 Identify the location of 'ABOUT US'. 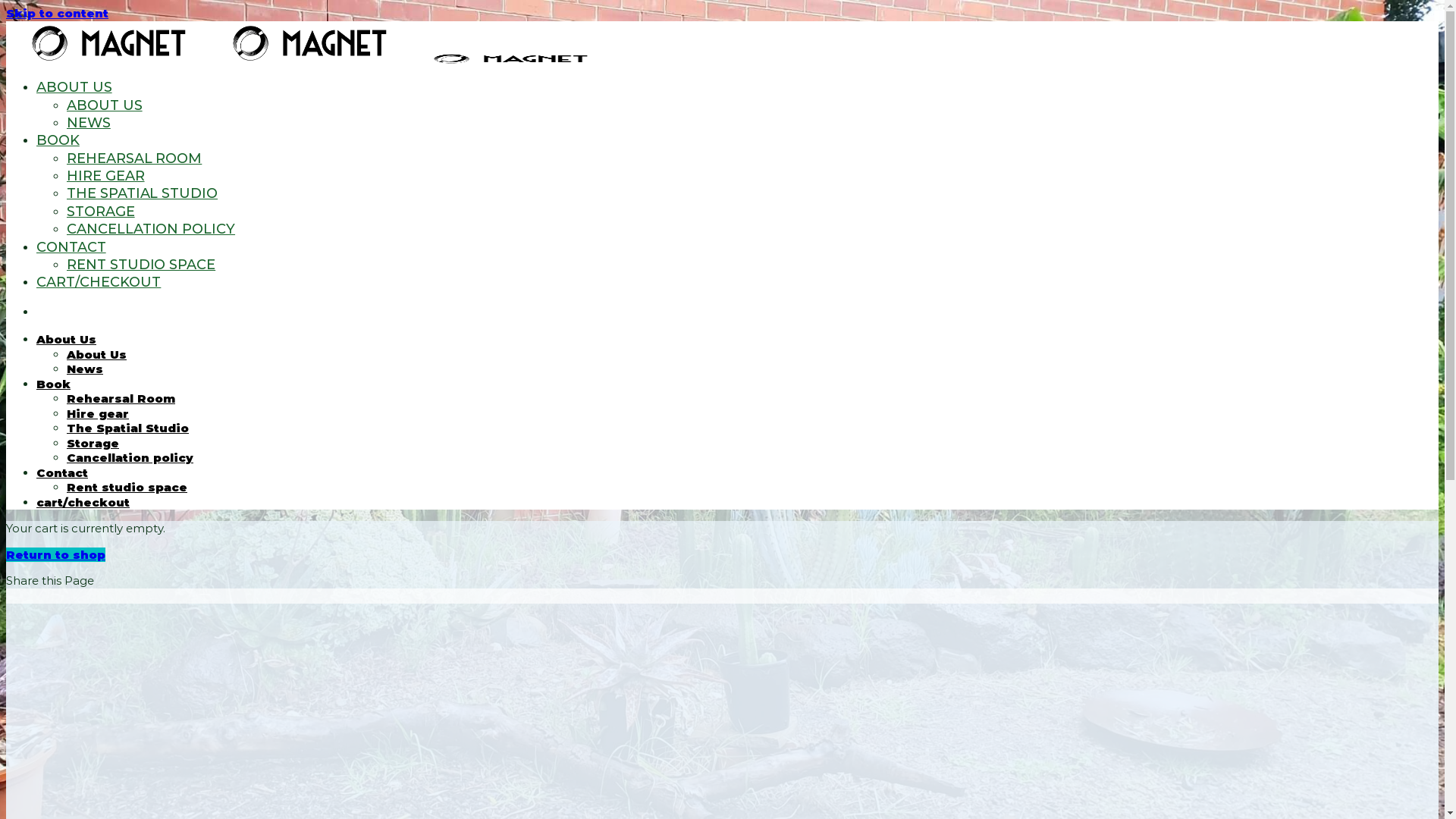
(36, 87).